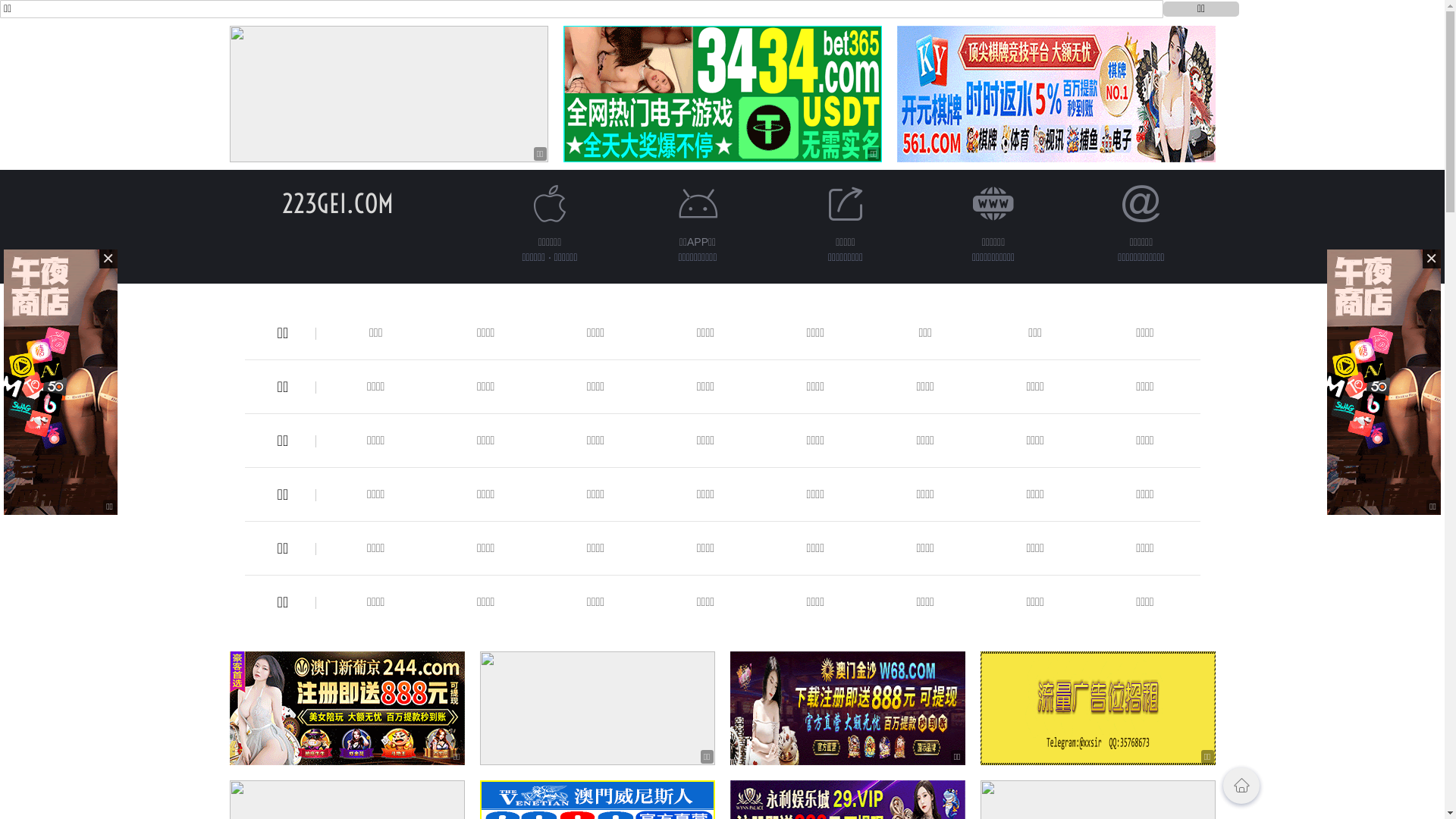  I want to click on '223GEI.COM', so click(337, 202).